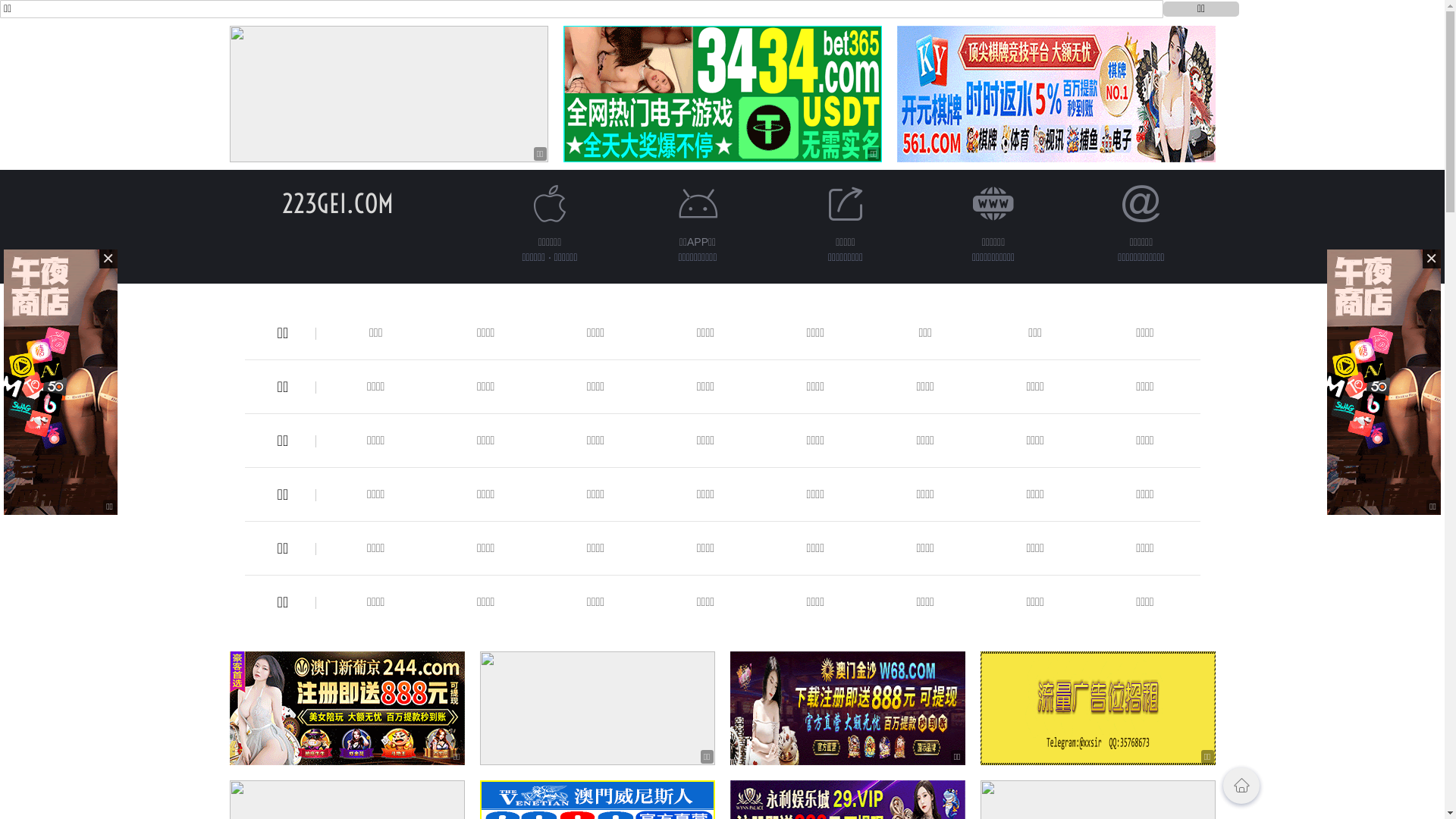  I want to click on '223GEI.COM', so click(337, 202).